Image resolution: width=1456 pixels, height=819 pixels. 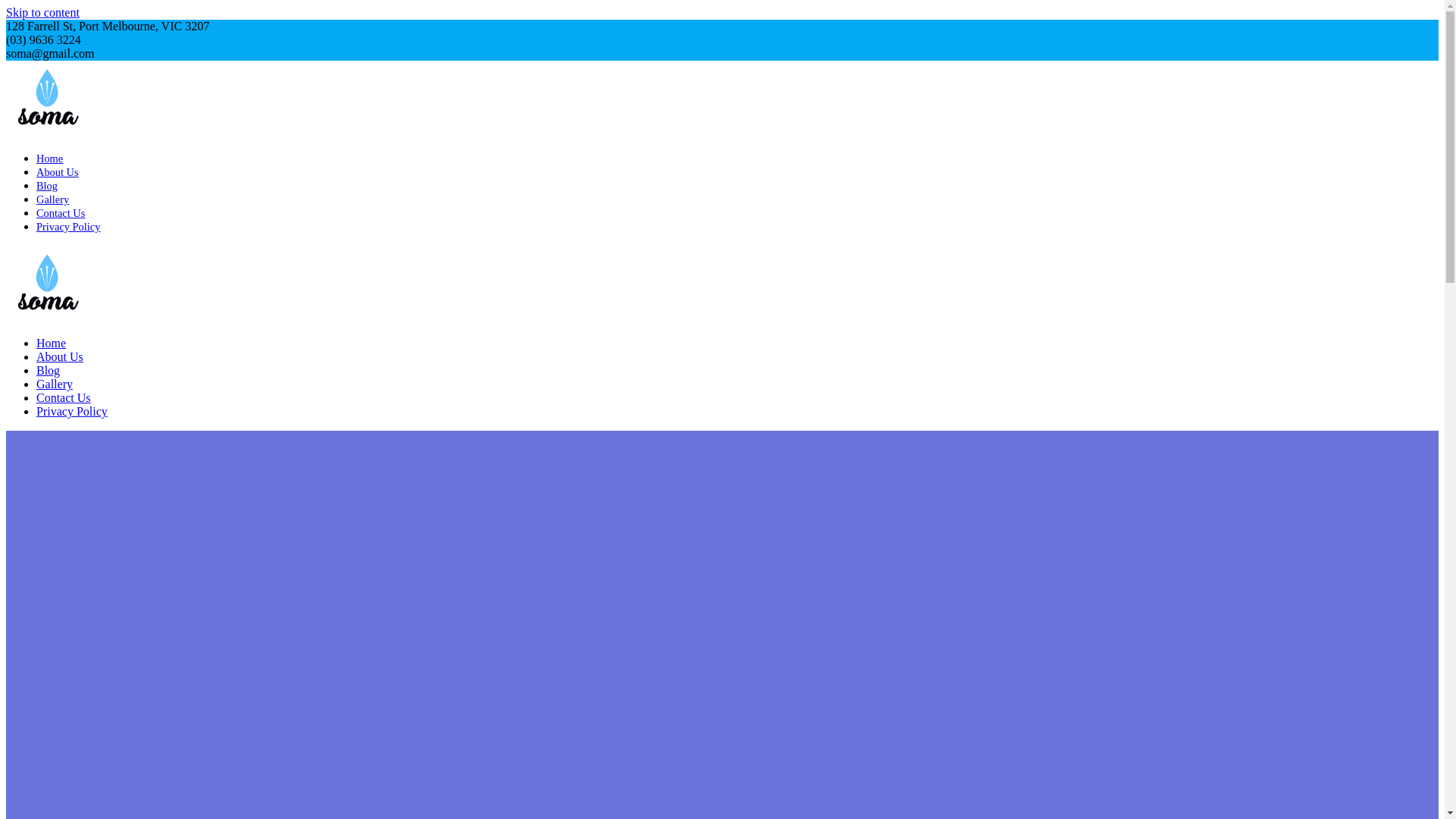 I want to click on 'Blog', so click(x=36, y=370).